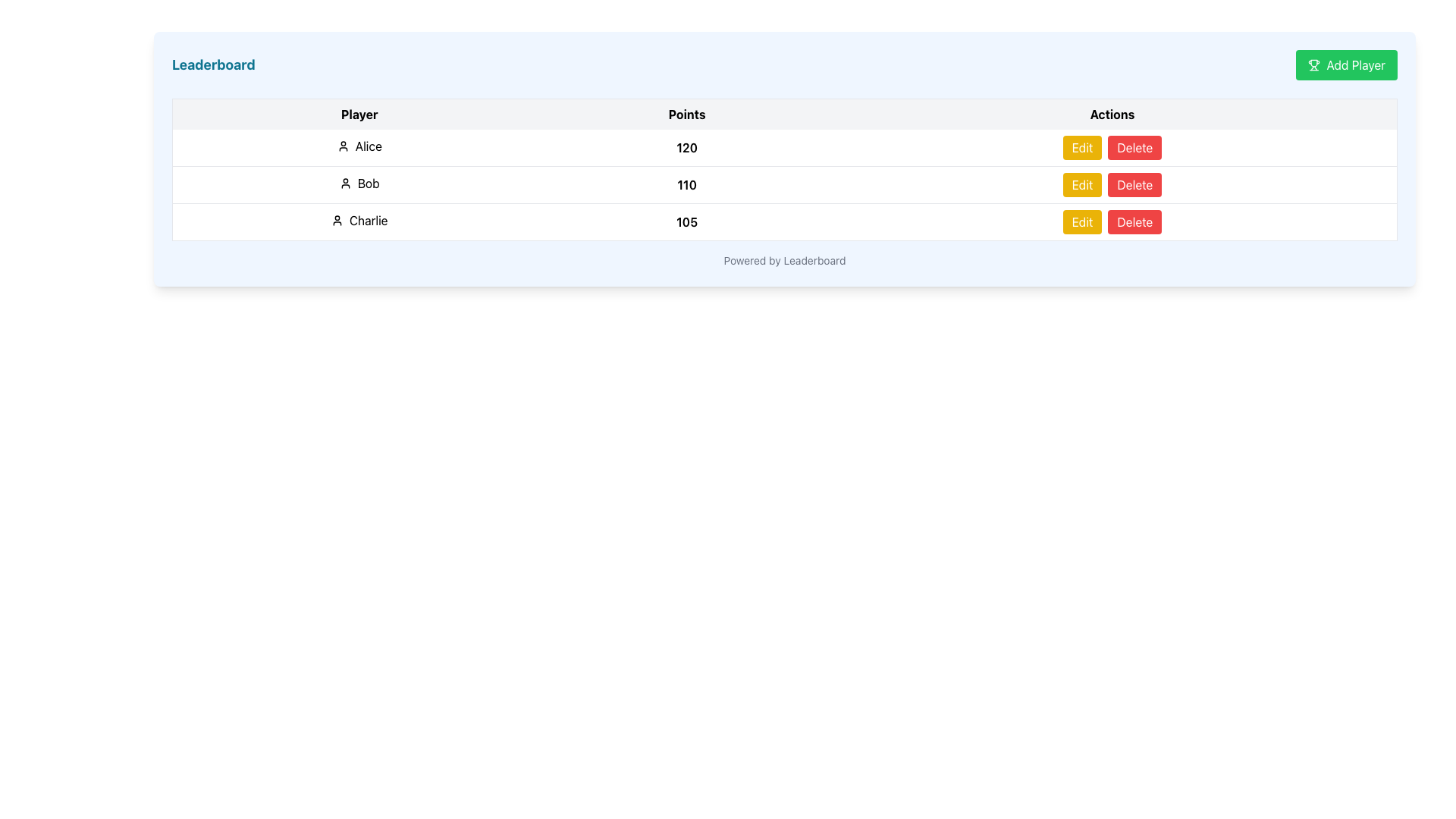 The image size is (1456, 819). Describe the element at coordinates (359, 146) in the screenshot. I see `the player name 'Alice' in the first row of the 'Player' column in the leaderboard table` at that location.